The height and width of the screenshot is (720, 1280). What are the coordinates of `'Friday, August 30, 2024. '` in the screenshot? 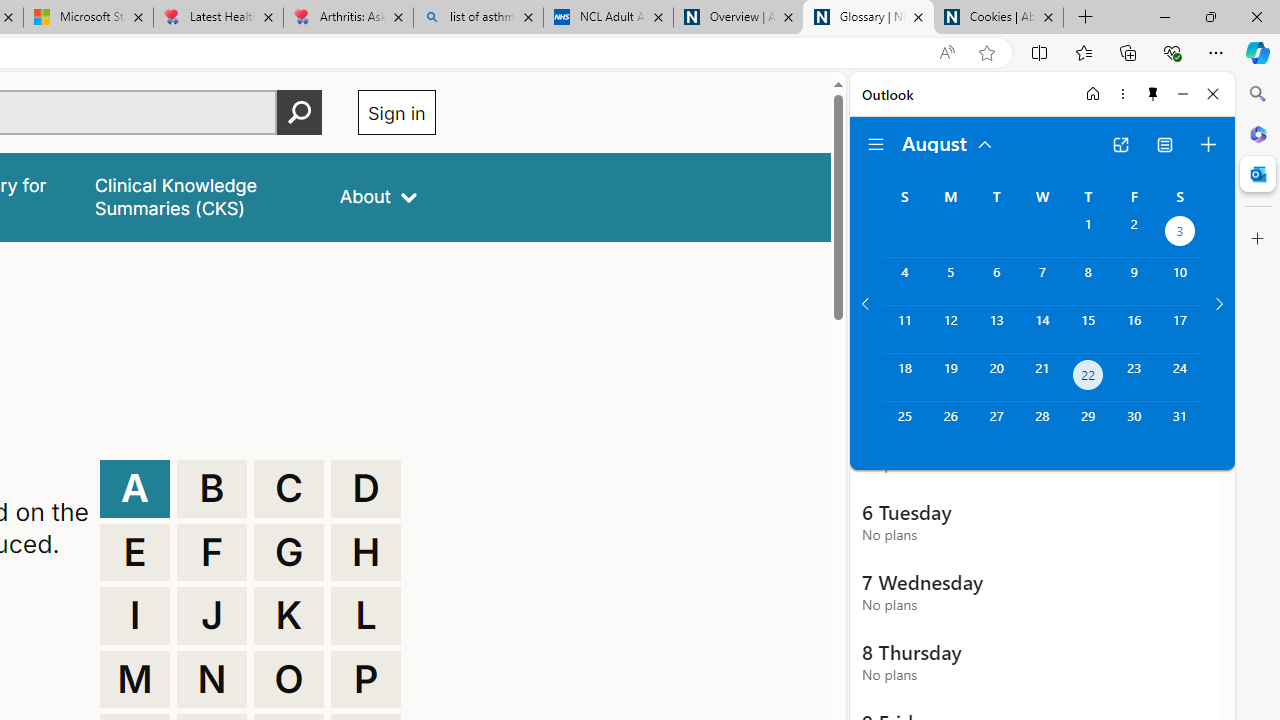 It's located at (1134, 424).